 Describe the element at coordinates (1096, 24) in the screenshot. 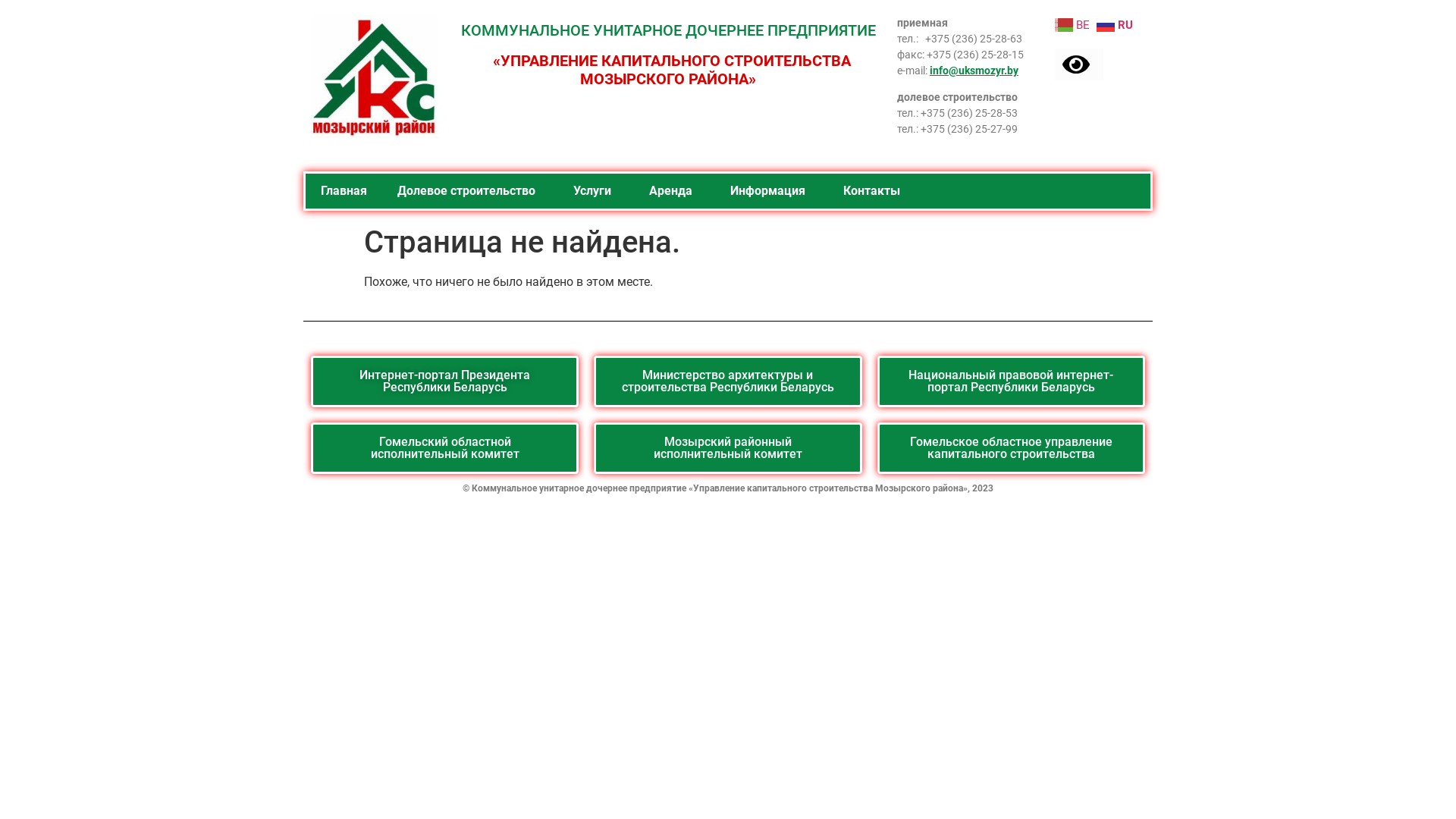

I see `'RU'` at that location.